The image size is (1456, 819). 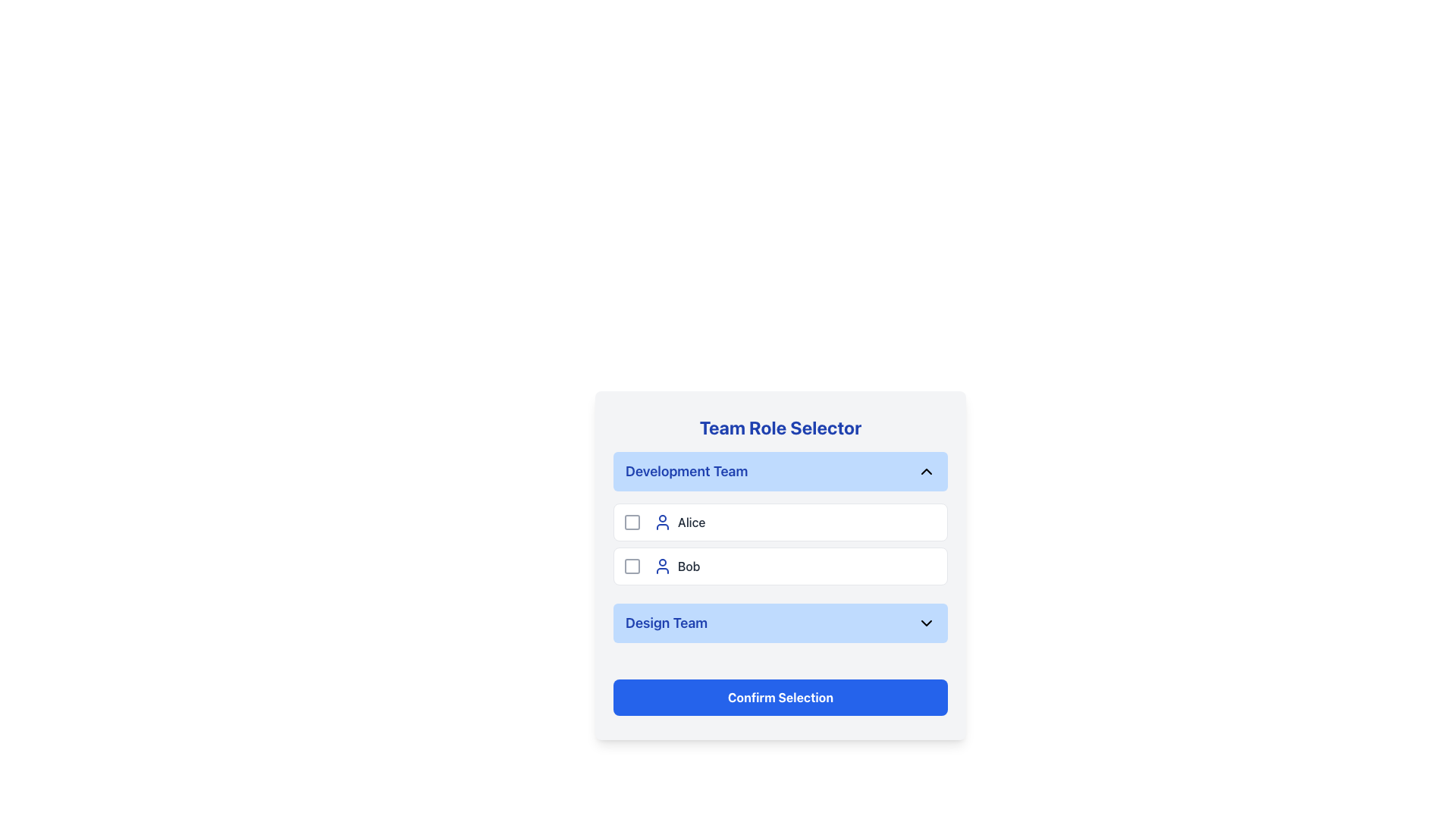 What do you see at coordinates (662, 566) in the screenshot?
I see `the icon labeled 'Bob' which is the second icon in the 'Development Team' section` at bounding box center [662, 566].